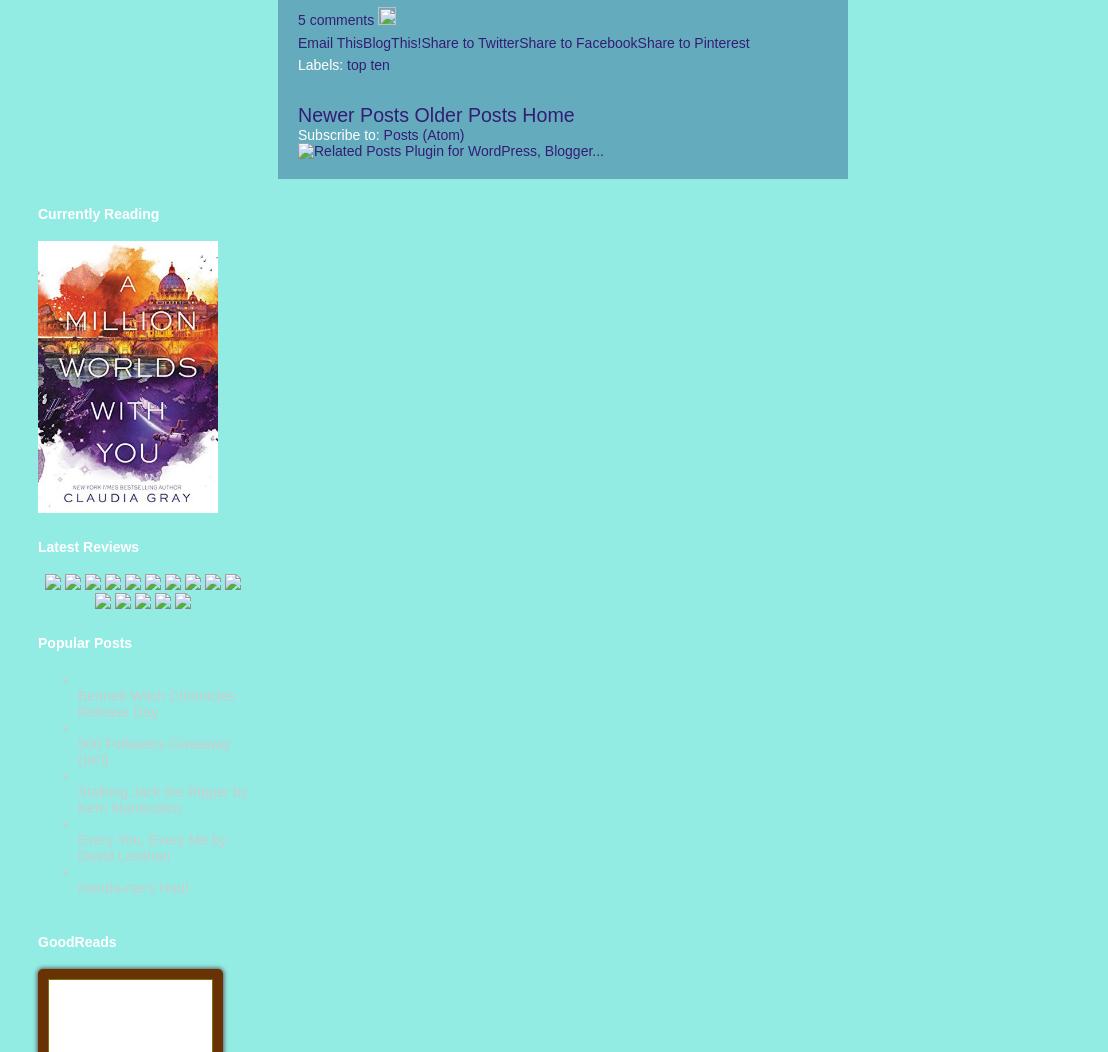  What do you see at coordinates (329, 41) in the screenshot?
I see `'Email This'` at bounding box center [329, 41].